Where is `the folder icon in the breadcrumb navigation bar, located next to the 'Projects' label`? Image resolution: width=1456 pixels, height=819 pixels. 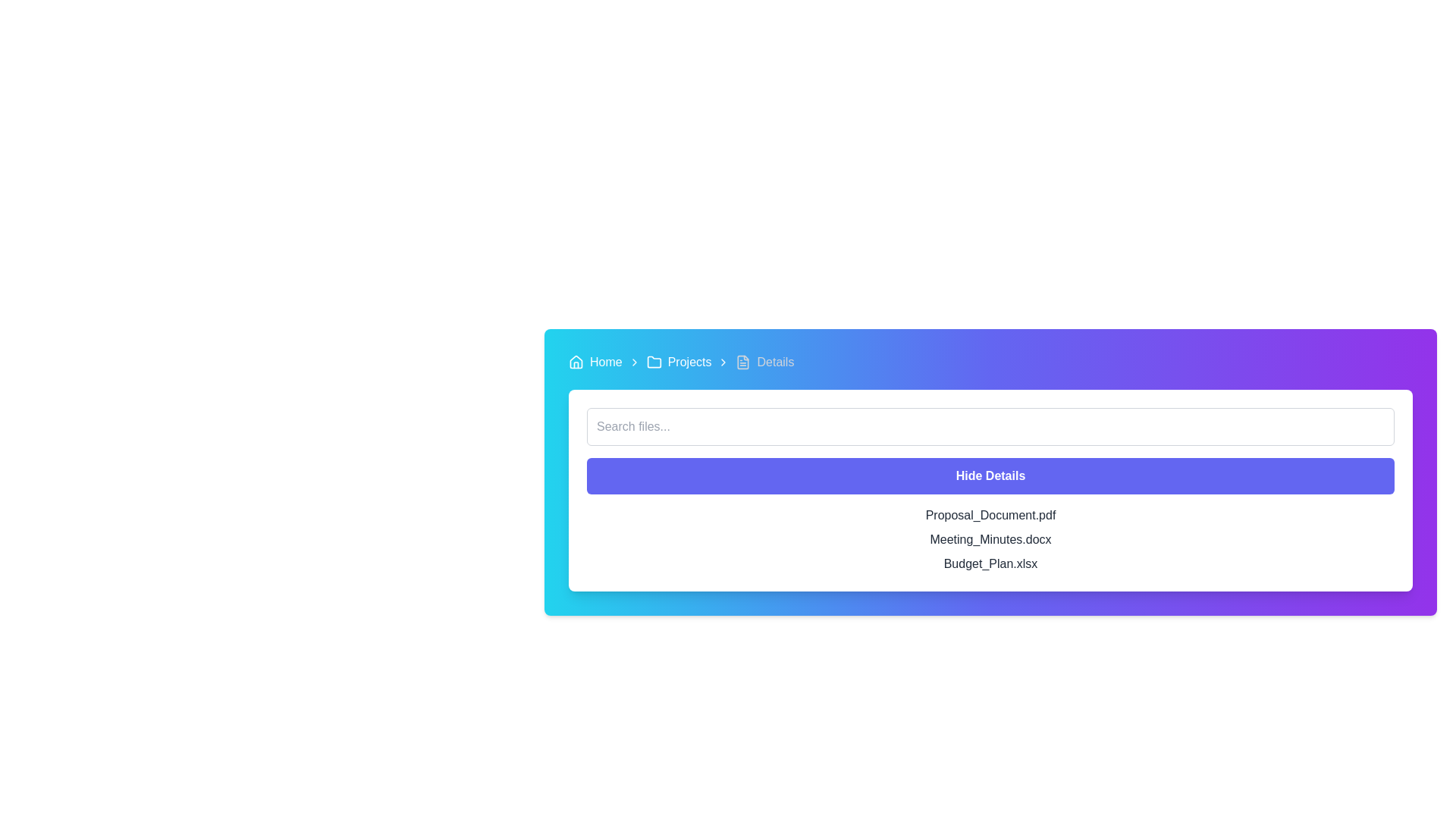 the folder icon in the breadcrumb navigation bar, located next to the 'Projects' label is located at coordinates (654, 362).